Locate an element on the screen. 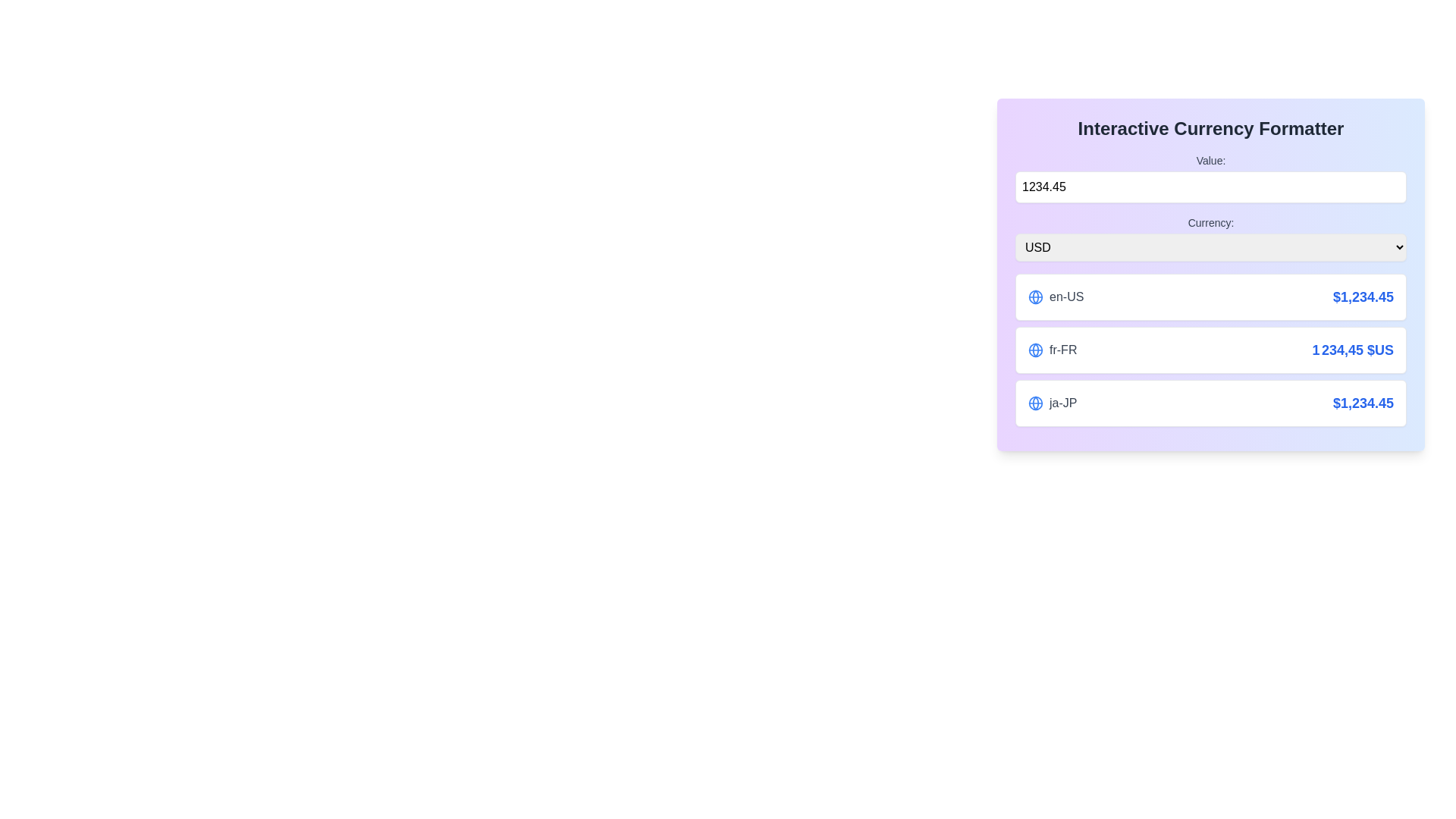 This screenshot has height=819, width=1456. the static text label displaying 'Currency:', which is positioned above the dropdown menu for currency options is located at coordinates (1210, 222).